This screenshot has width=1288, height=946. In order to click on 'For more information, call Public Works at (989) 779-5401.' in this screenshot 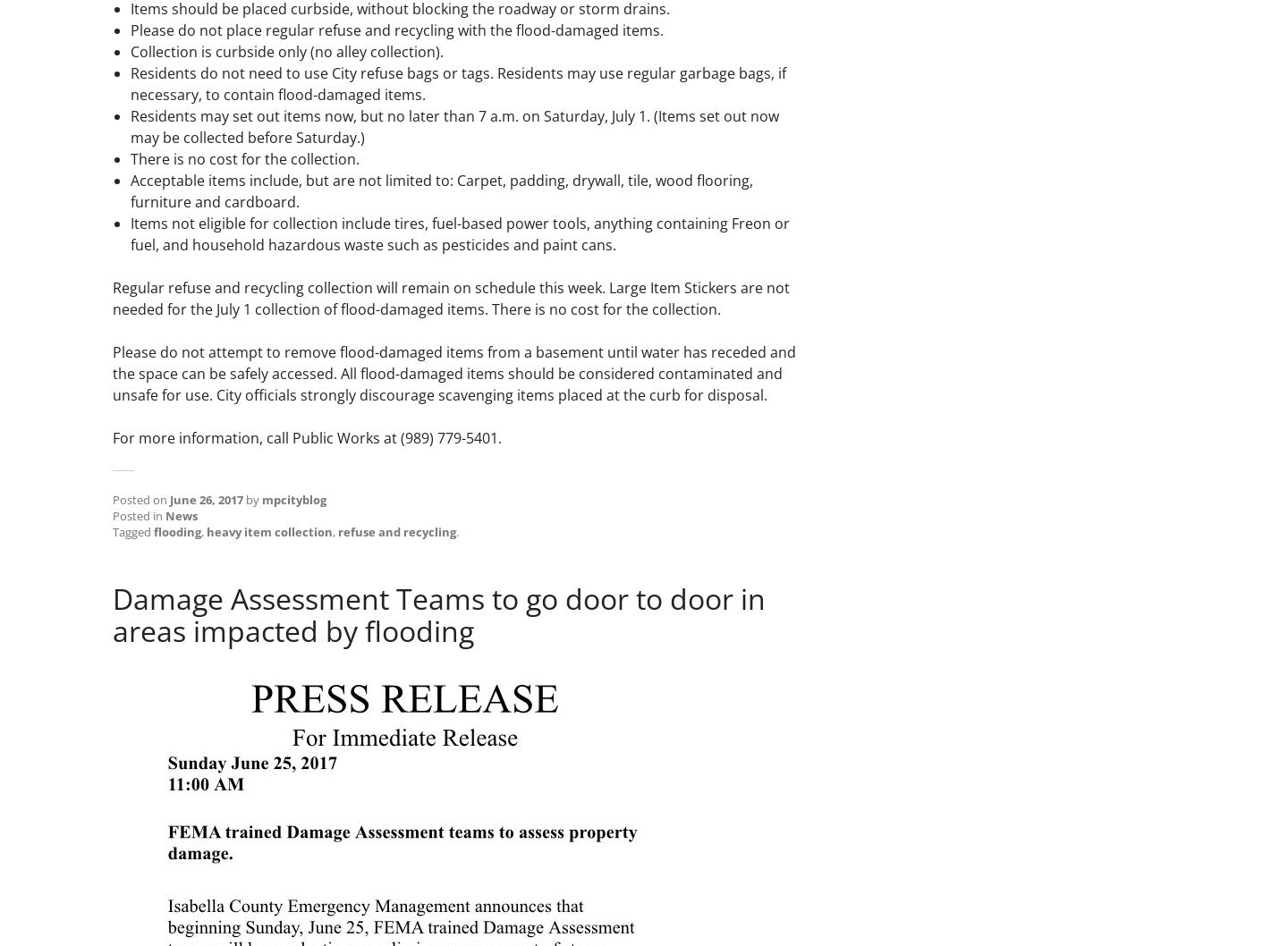, I will do `click(111, 436)`.